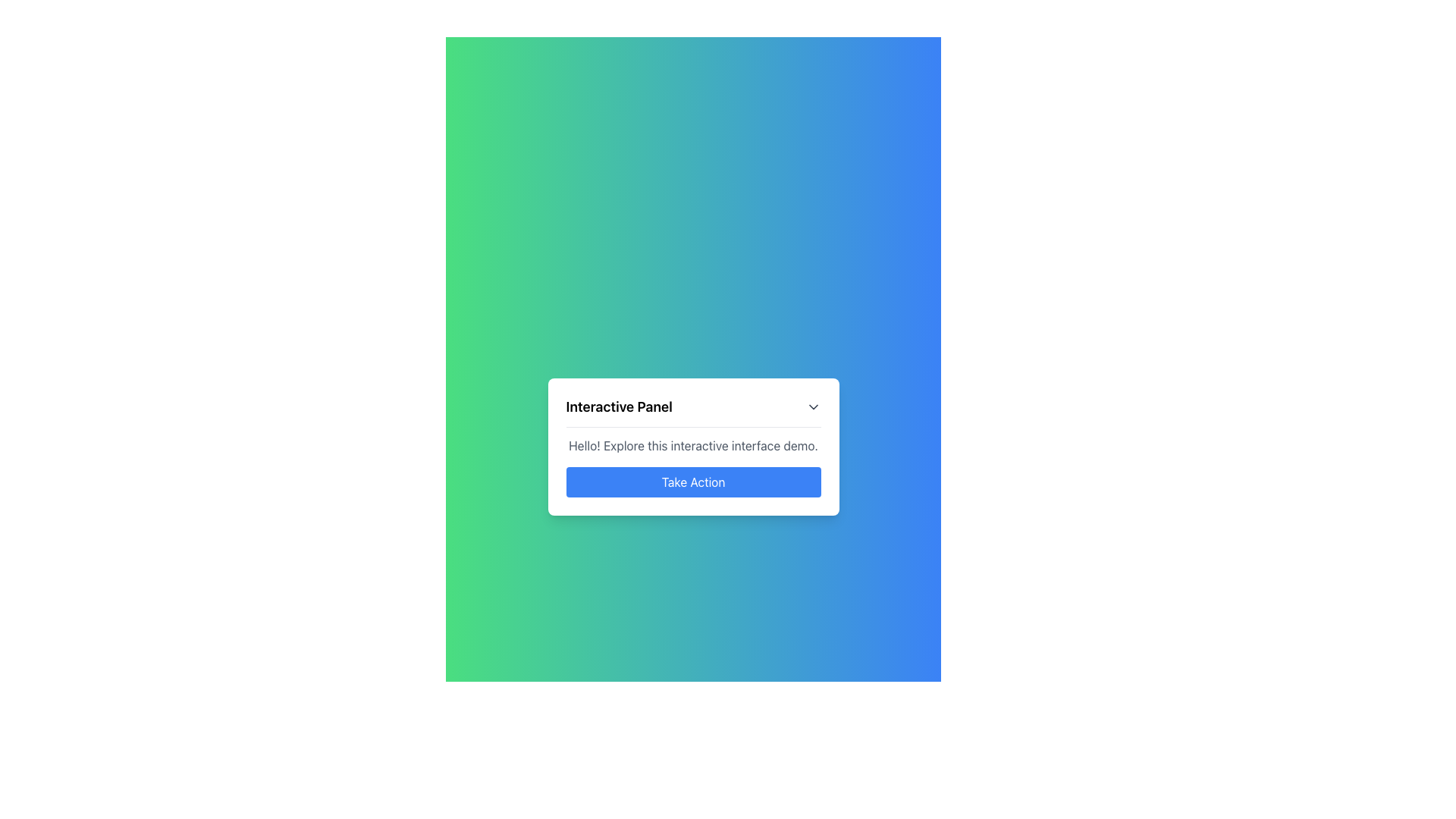  Describe the element at coordinates (812, 406) in the screenshot. I see `on the Dropdown trigger icon located in the top-right corner of the 'Interactive Panel', positioned directly` at that location.